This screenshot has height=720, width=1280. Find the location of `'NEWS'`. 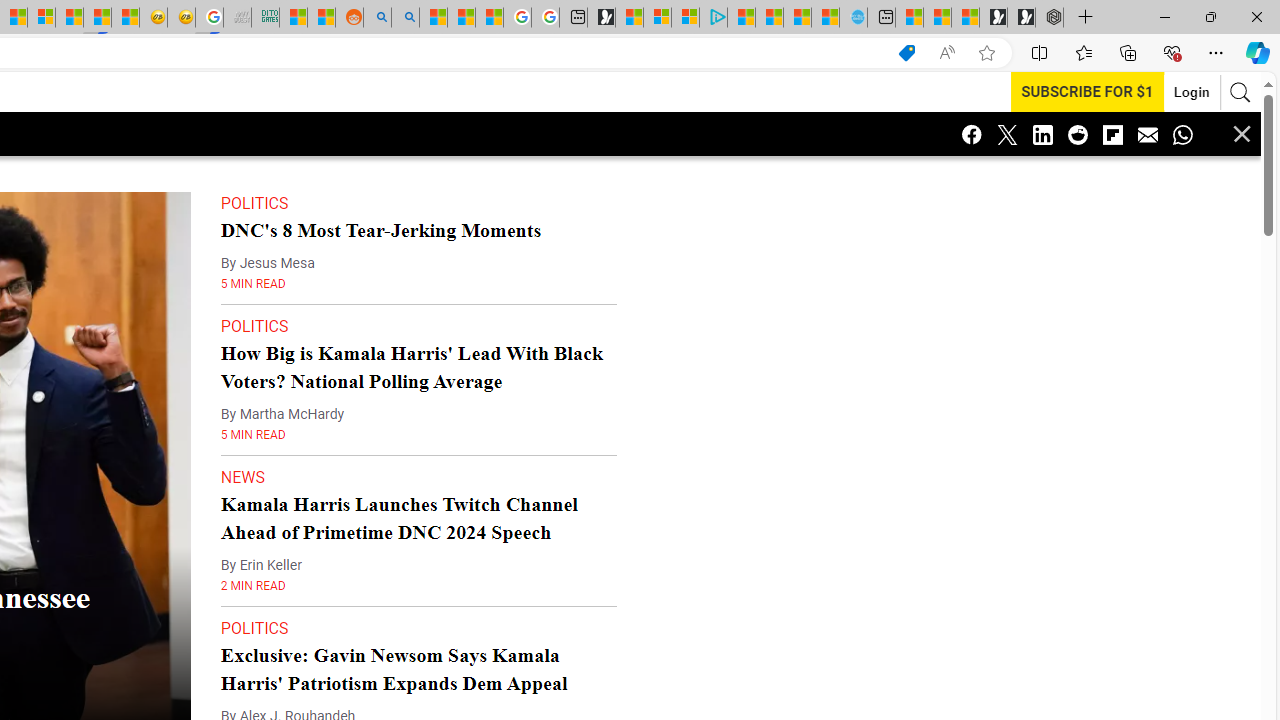

'NEWS' is located at coordinates (242, 477).